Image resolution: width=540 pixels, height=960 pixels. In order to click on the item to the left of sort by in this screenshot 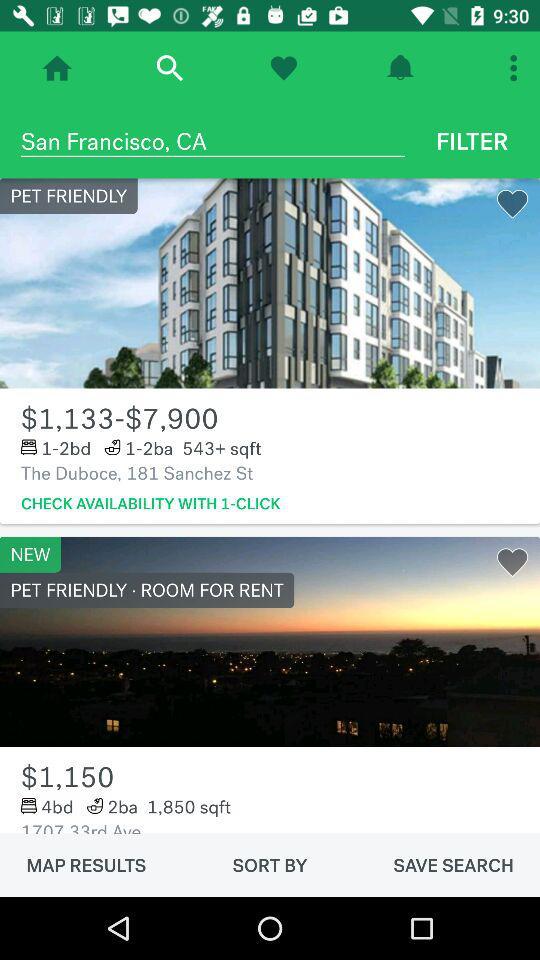, I will do `click(85, 864)`.